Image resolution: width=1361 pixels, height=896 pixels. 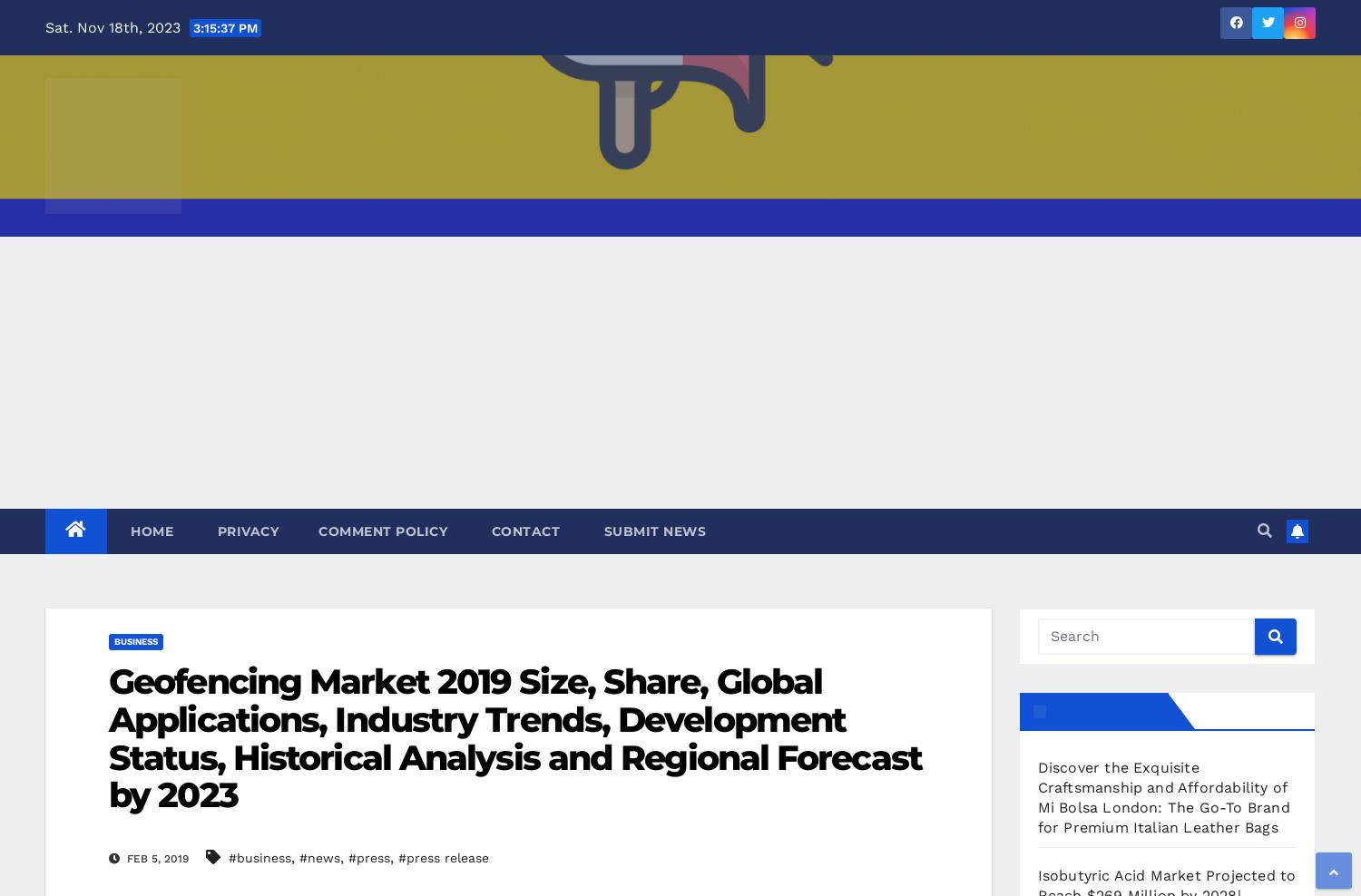 I want to click on 'Business', so click(x=136, y=641).